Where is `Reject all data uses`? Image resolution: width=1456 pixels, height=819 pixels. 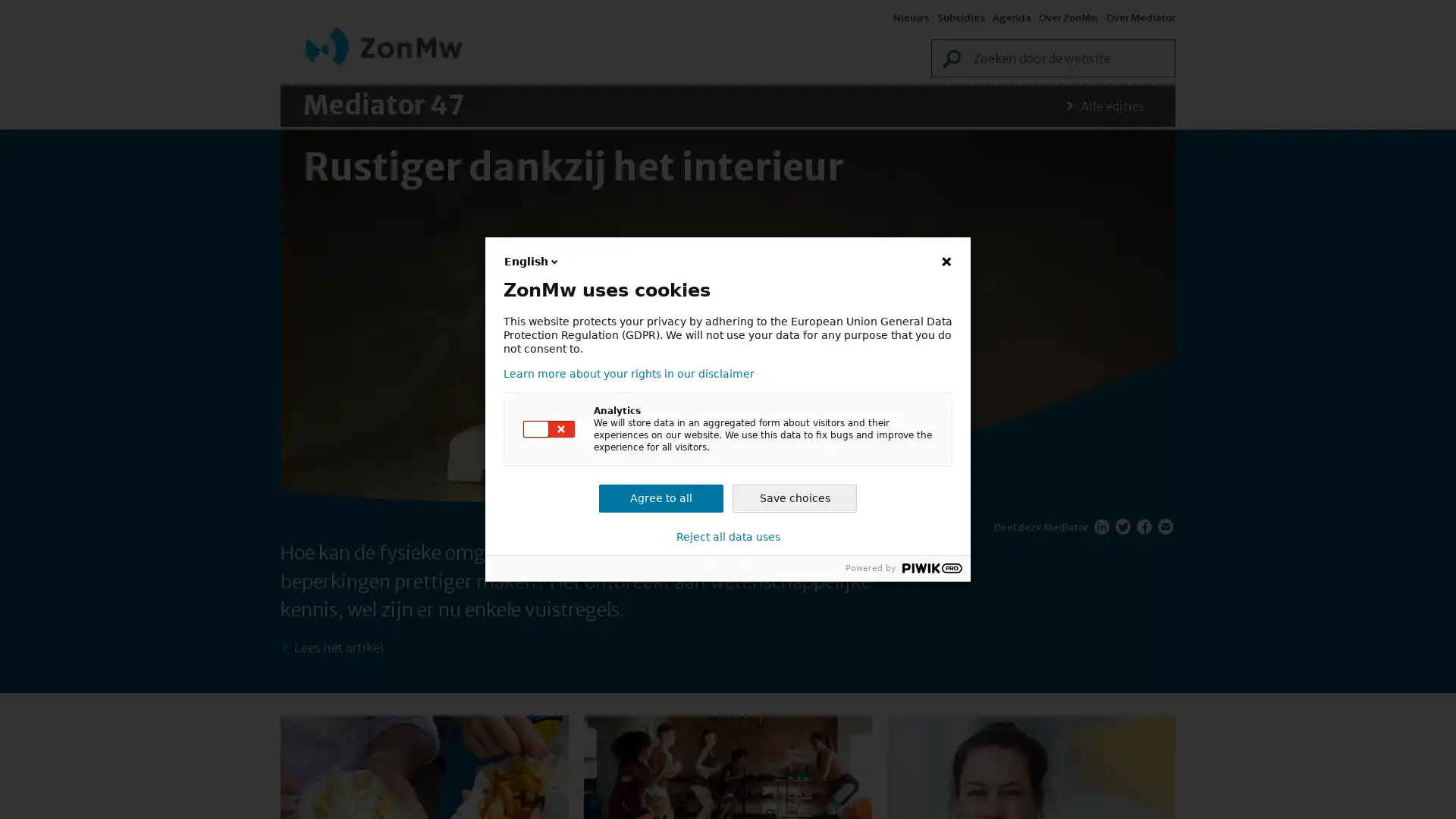
Reject all data uses is located at coordinates (726, 536).